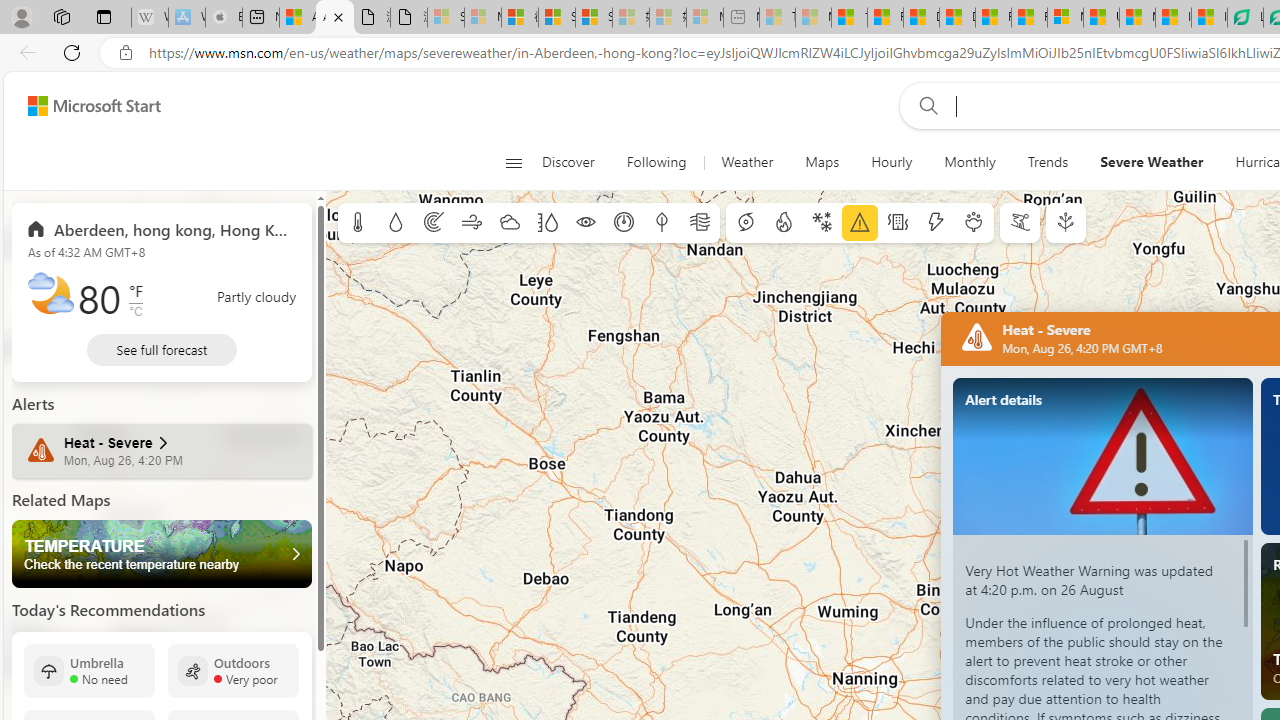 The height and width of the screenshot is (720, 1280). I want to click on 'See full forecast', so click(161, 348).